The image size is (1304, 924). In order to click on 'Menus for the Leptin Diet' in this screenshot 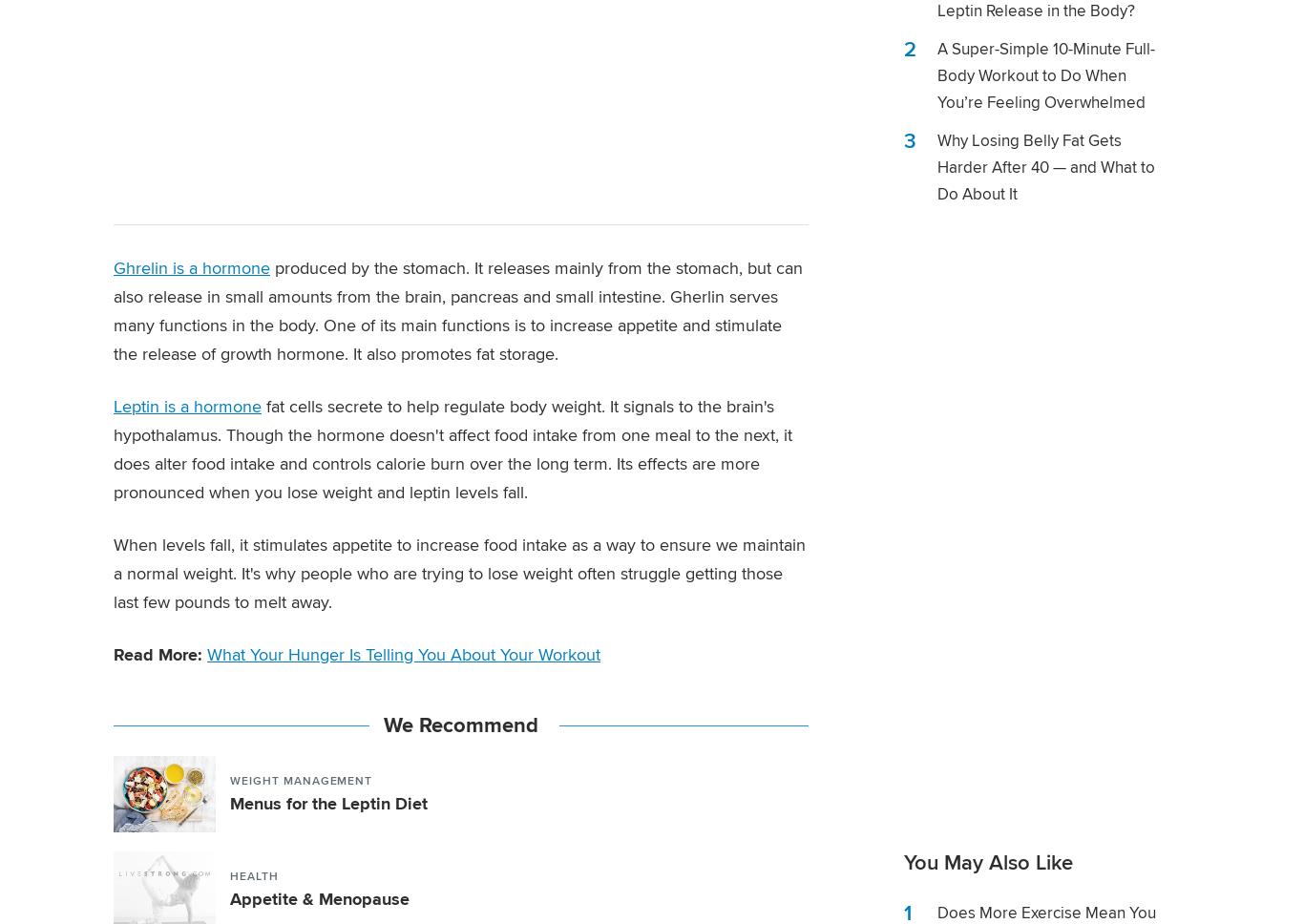, I will do `click(327, 803)`.